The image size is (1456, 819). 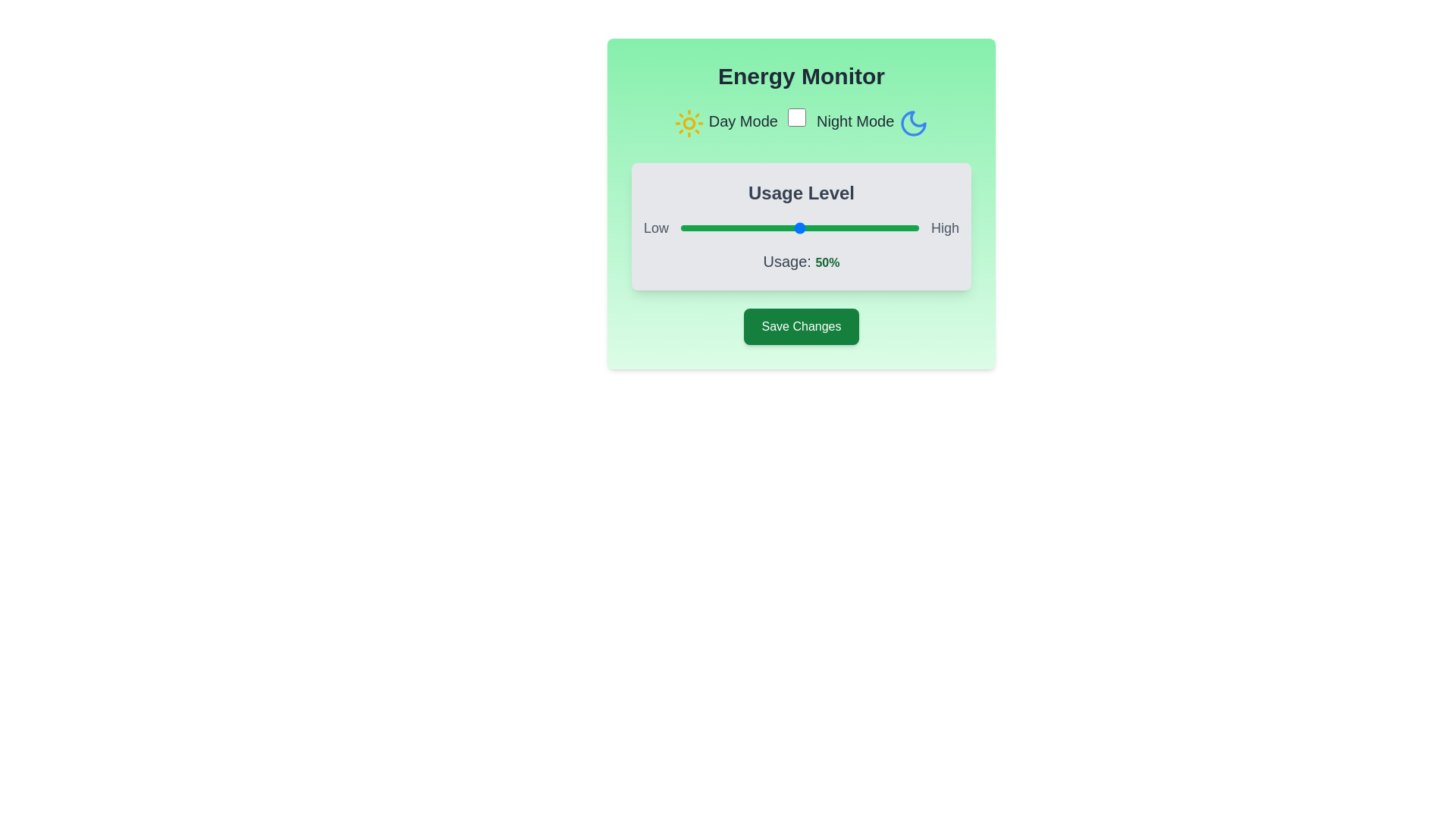 I want to click on the 'Night Mode' label, which is styled with a larger font size and dark gray color, located next to a checkbox and adjacent to a crescent moon icon, so click(x=855, y=121).